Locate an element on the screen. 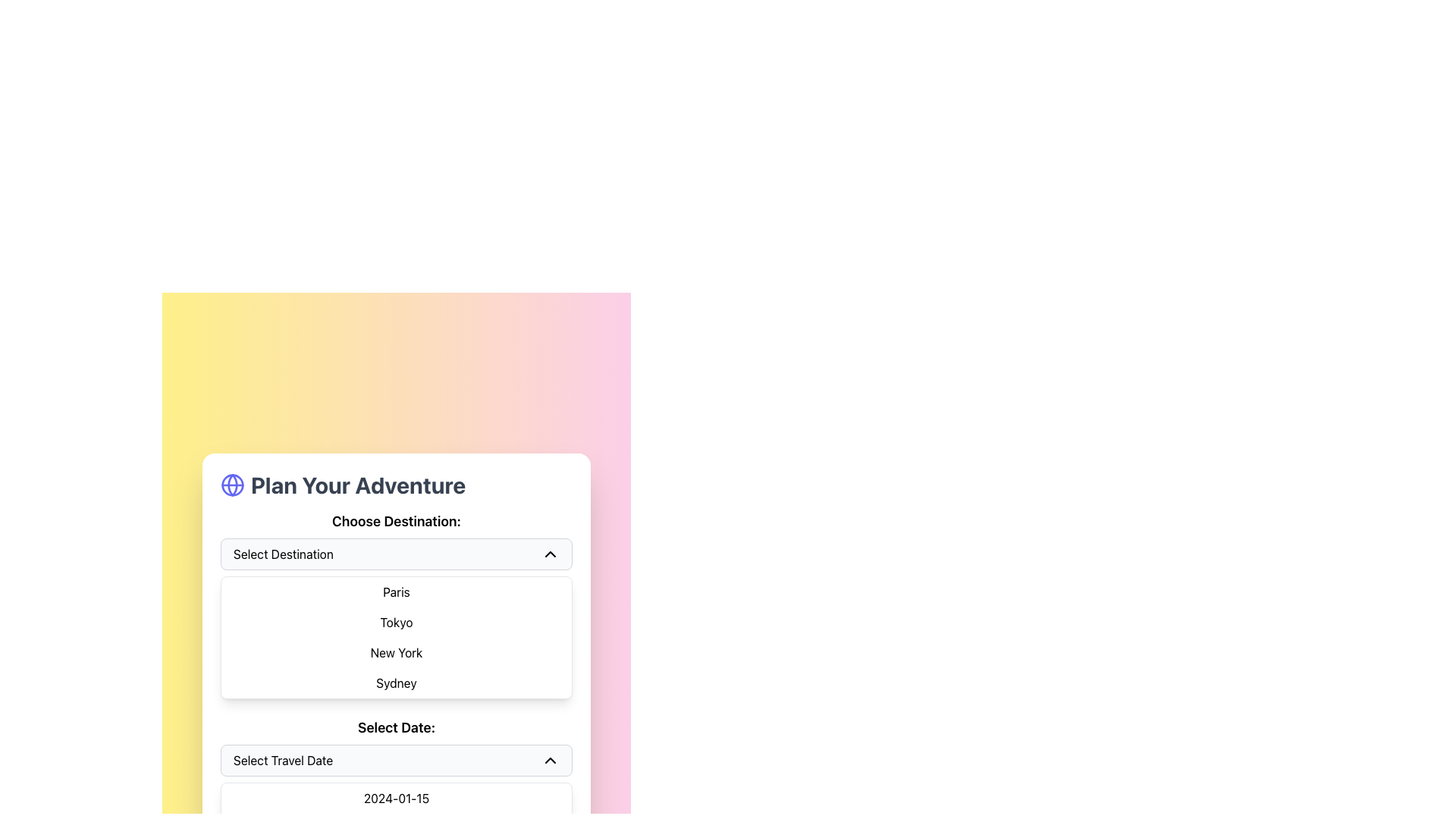 Image resolution: width=1456 pixels, height=819 pixels. the bold, large-sized text label that displays 'Choose Destination:' located at the top of the section for destination selection options is located at coordinates (397, 520).